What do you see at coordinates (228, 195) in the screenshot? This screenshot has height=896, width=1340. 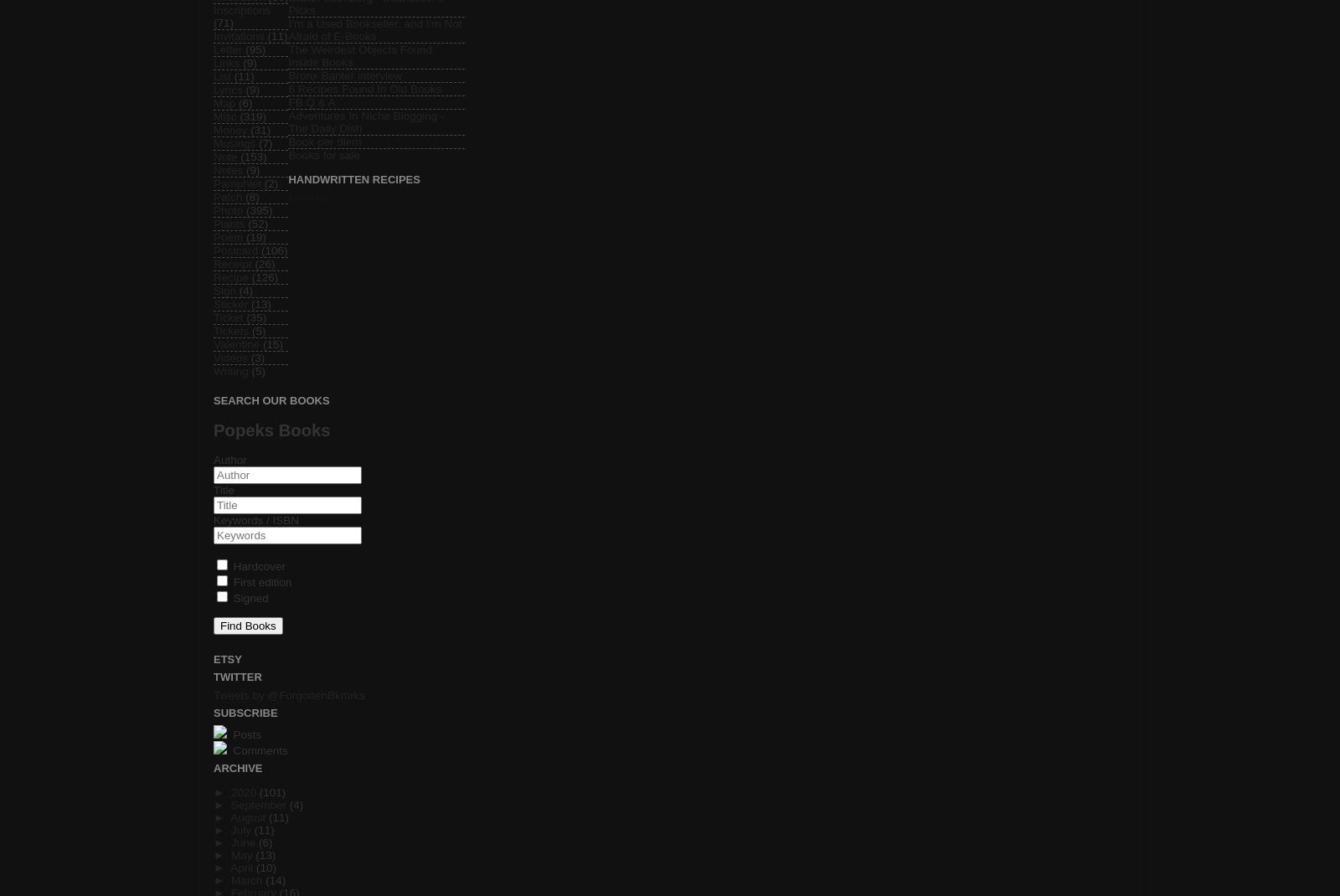 I see `'Patch'` at bounding box center [228, 195].